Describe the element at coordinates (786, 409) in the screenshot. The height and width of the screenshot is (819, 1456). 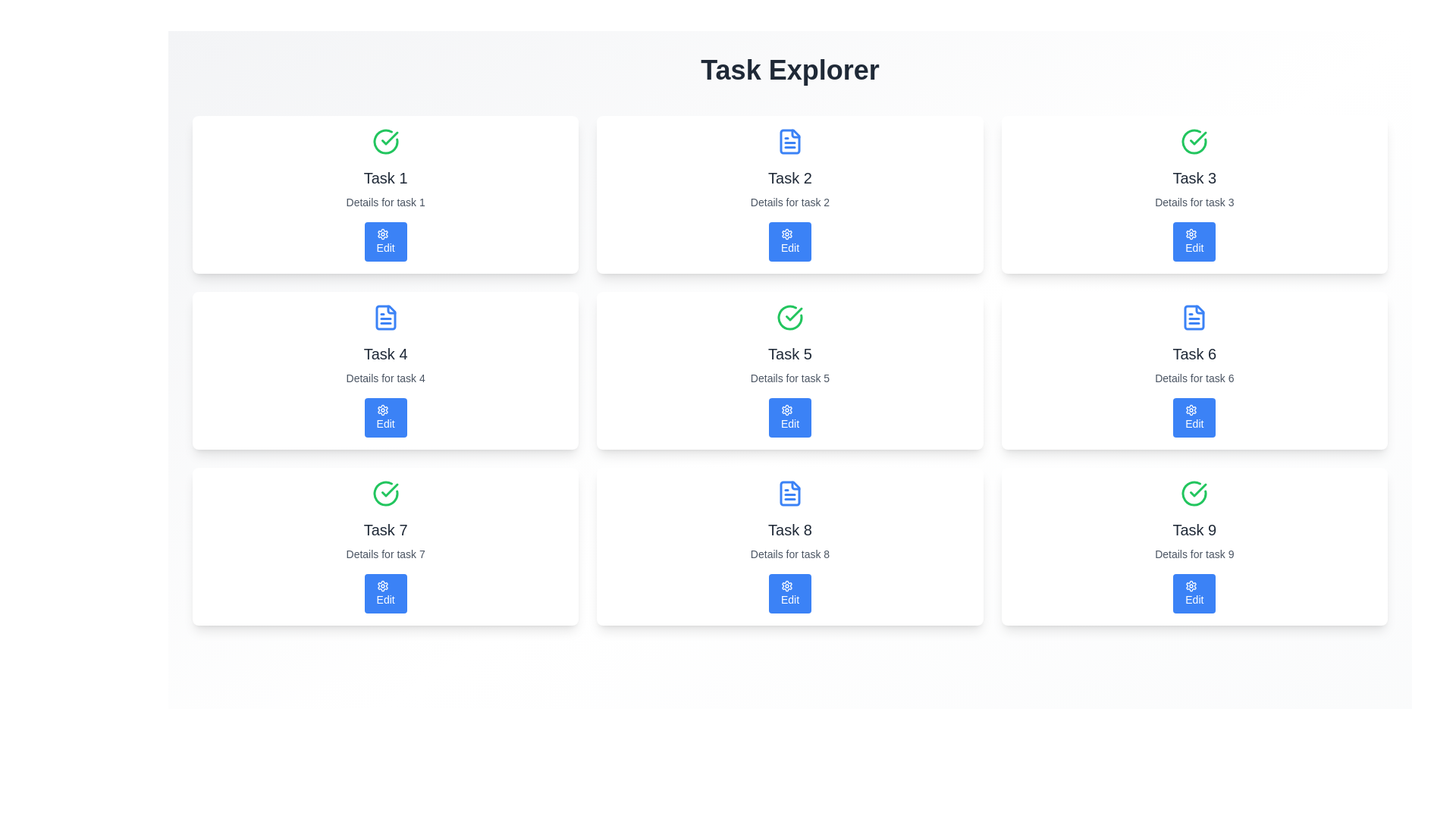
I see `the gear-shaped icon located at the left side of the 'Edit' button for 'Task 5'` at that location.